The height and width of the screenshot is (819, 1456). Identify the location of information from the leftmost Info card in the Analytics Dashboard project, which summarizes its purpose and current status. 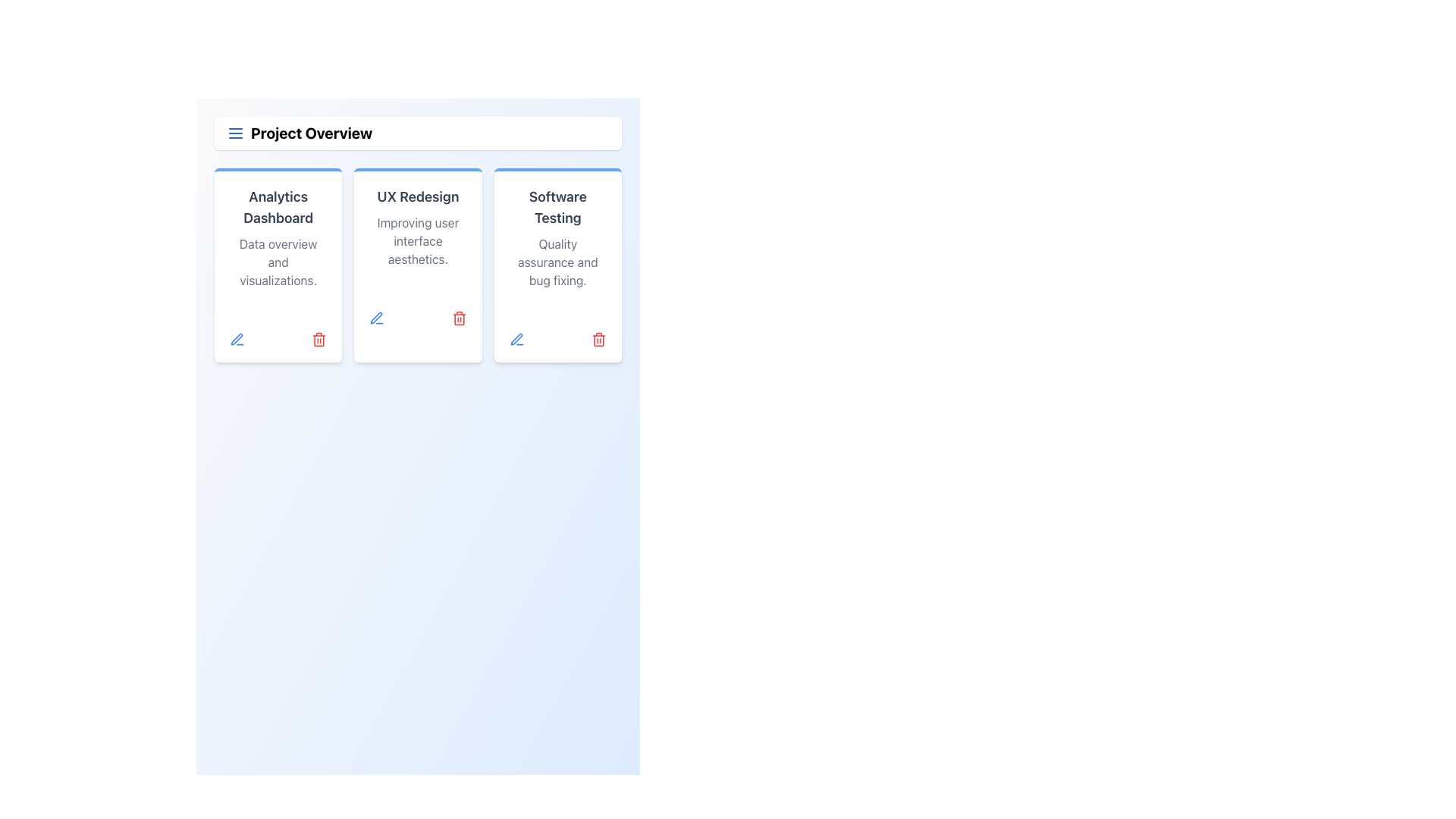
(278, 265).